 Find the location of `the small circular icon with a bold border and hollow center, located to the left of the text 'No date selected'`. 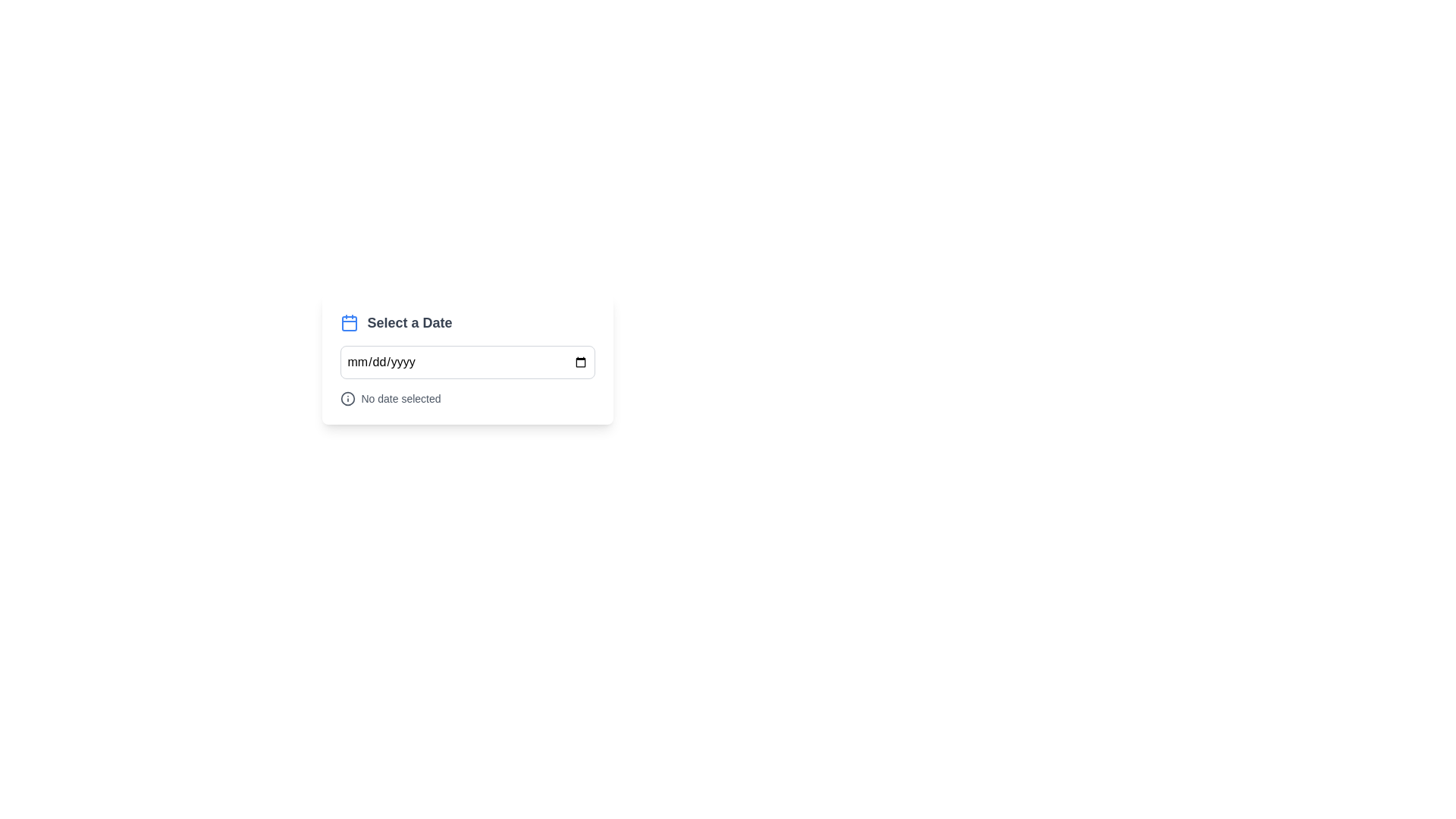

the small circular icon with a bold border and hollow center, located to the left of the text 'No date selected' is located at coordinates (347, 397).